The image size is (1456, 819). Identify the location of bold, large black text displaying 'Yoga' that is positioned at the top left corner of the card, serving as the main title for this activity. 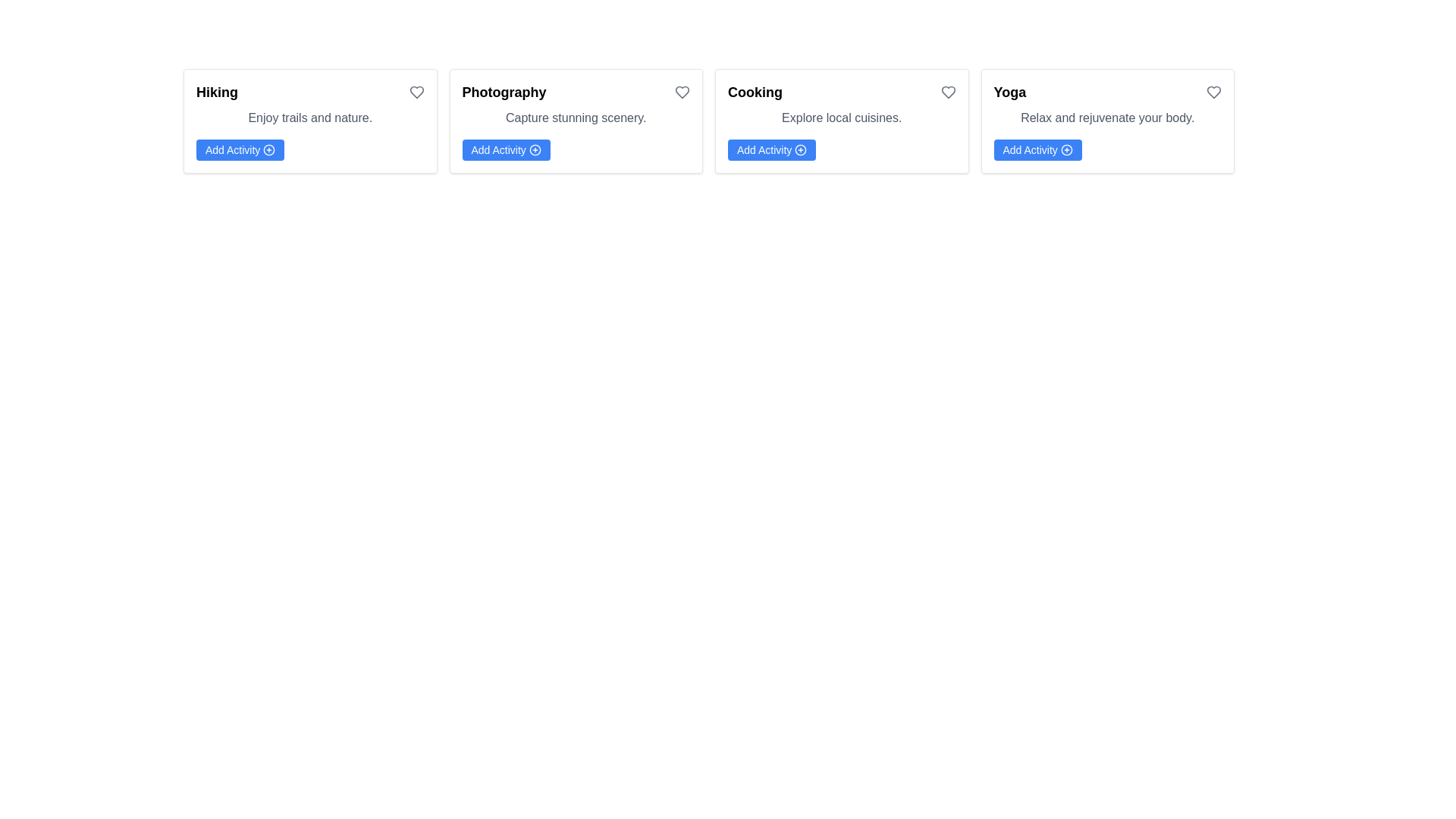
(1009, 93).